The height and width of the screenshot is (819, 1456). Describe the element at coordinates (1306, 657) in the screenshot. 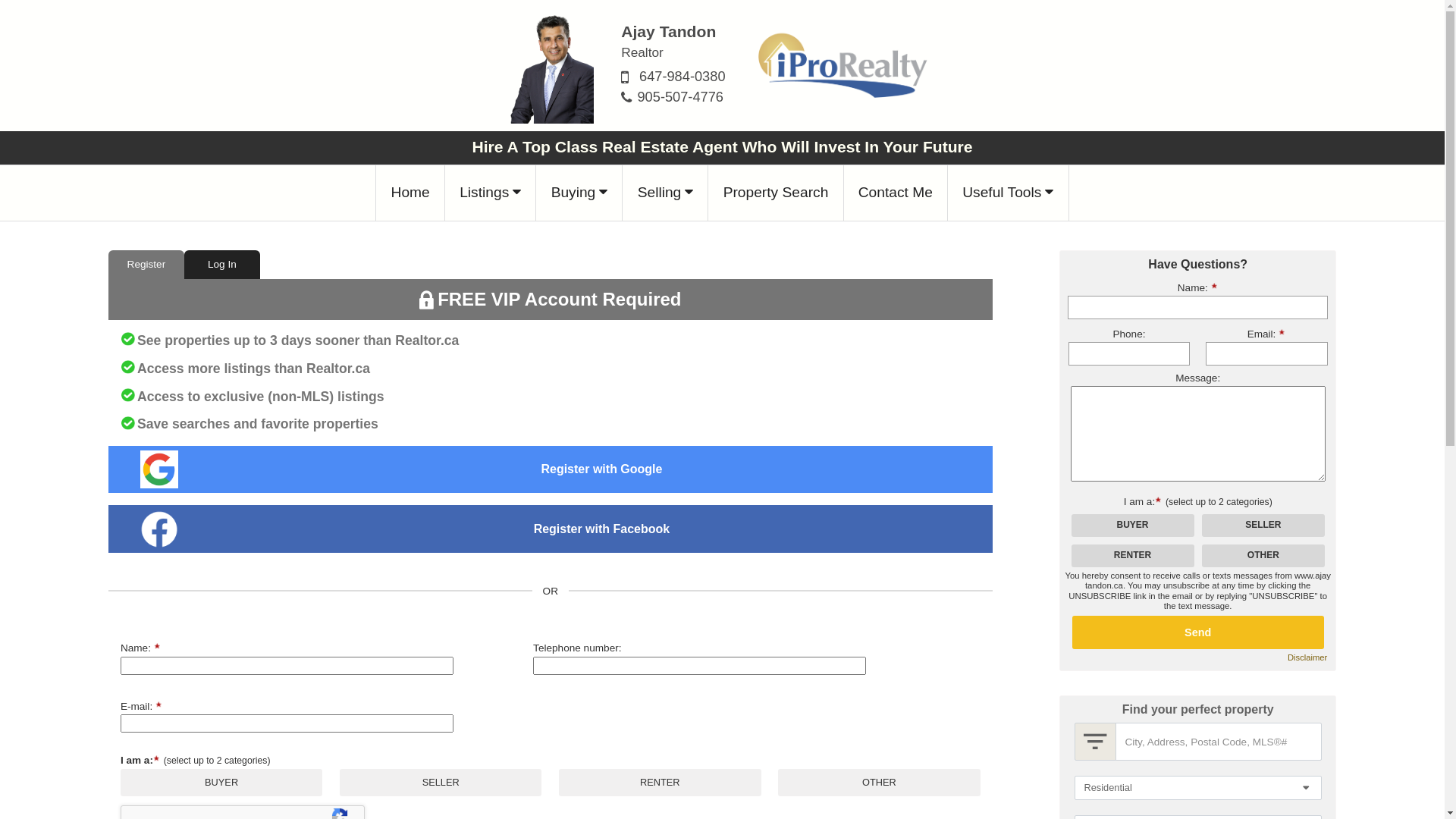

I see `'Disclaimer'` at that location.